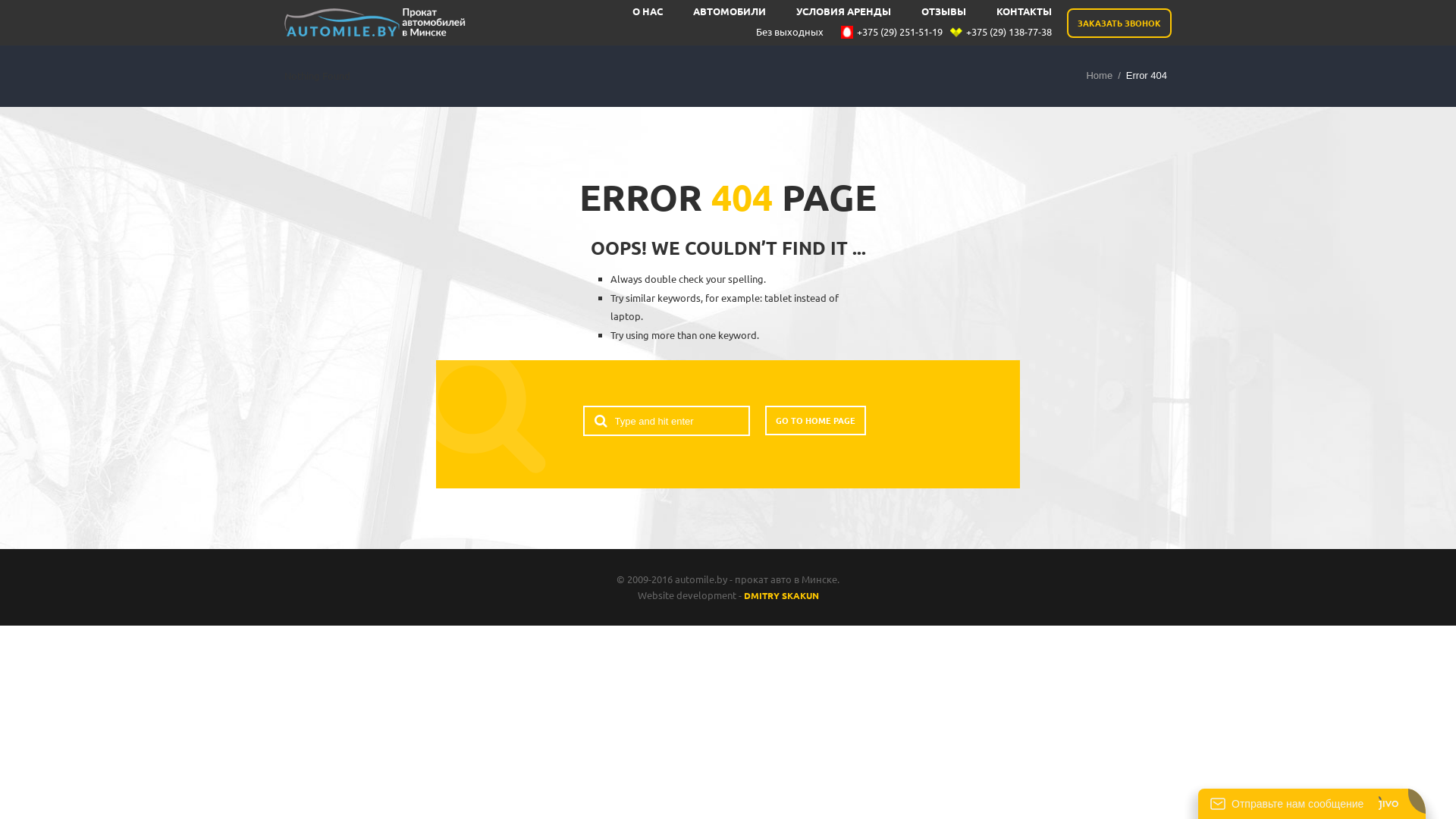  What do you see at coordinates (942, 31) in the screenshot?
I see `'+375 (29) 138-77-38'` at bounding box center [942, 31].